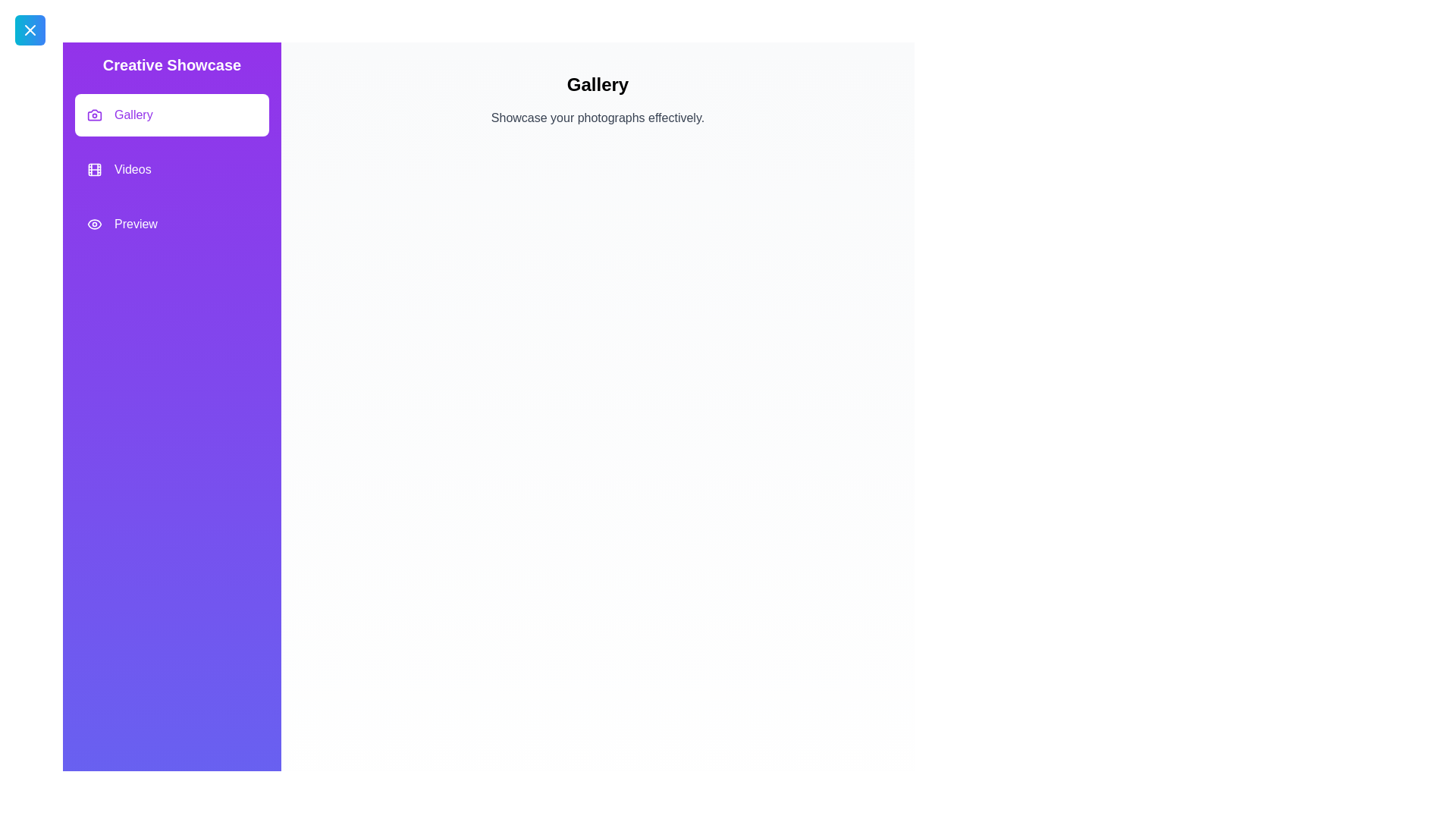 The width and height of the screenshot is (1456, 819). What do you see at coordinates (171, 224) in the screenshot?
I see `the feature Preview from the feature list` at bounding box center [171, 224].